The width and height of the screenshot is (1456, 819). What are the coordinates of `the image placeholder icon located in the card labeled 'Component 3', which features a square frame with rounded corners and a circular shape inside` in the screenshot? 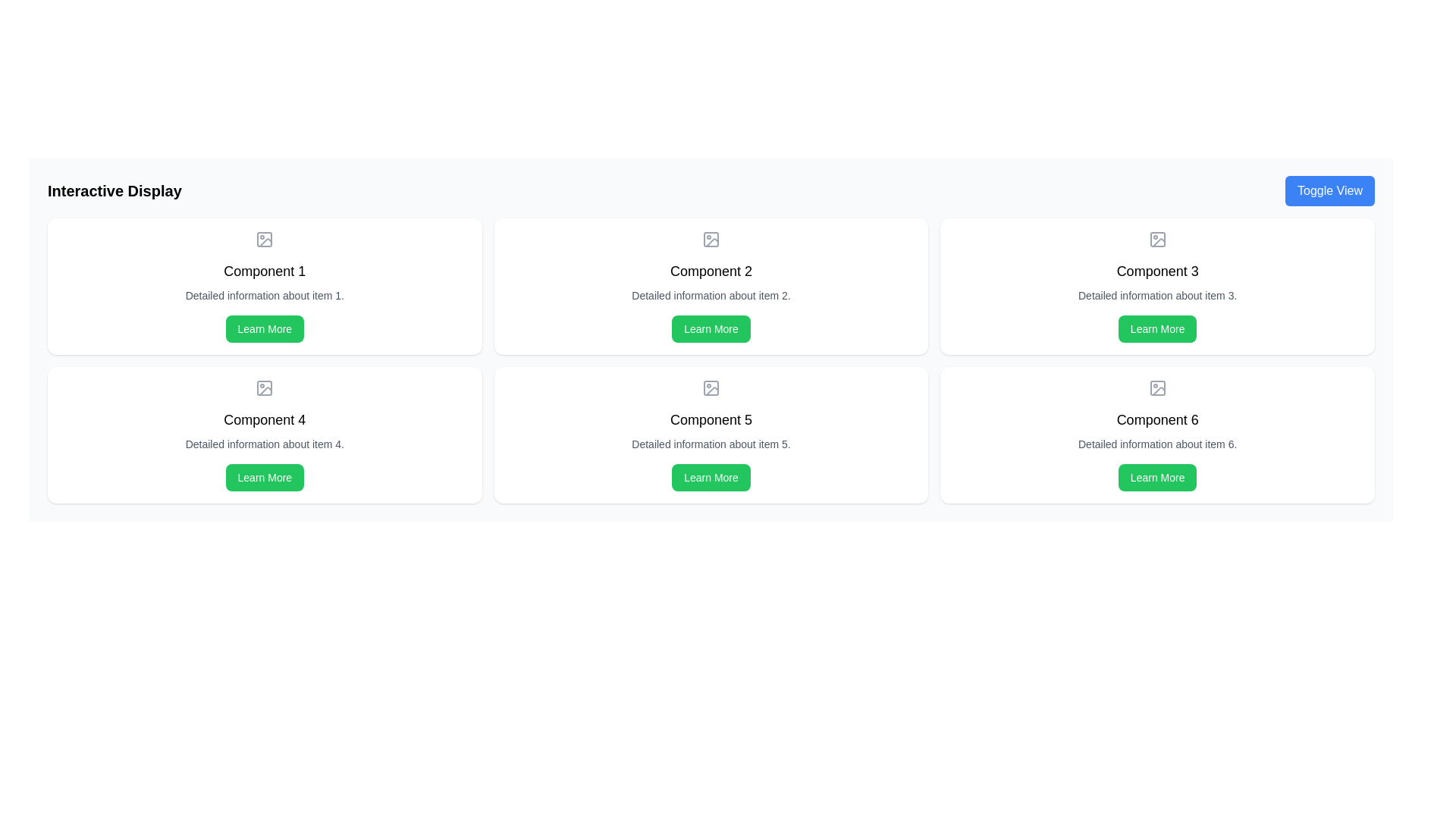 It's located at (1156, 239).